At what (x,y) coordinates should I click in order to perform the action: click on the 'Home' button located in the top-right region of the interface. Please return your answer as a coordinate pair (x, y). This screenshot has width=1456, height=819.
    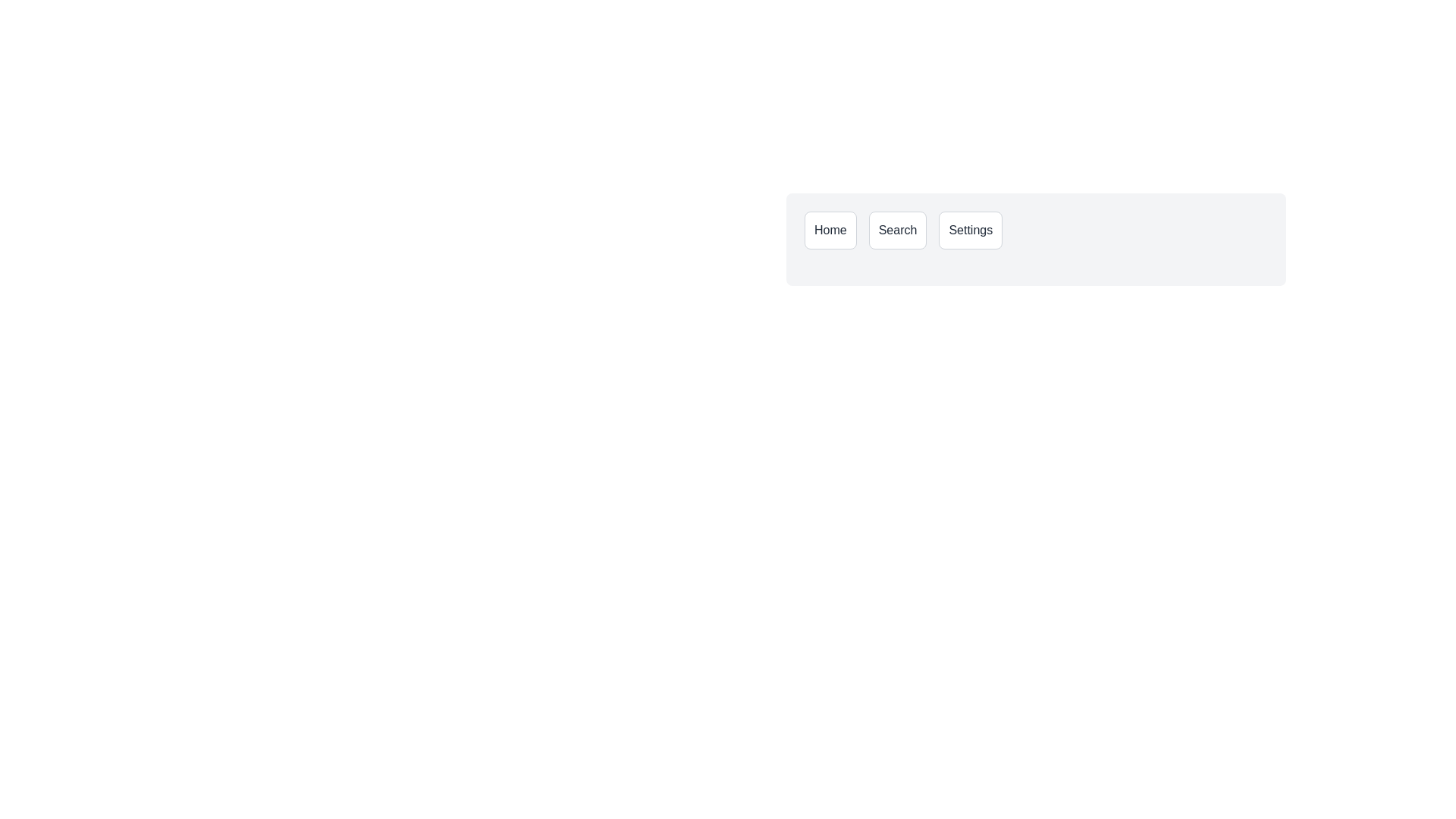
    Looking at the image, I should click on (830, 231).